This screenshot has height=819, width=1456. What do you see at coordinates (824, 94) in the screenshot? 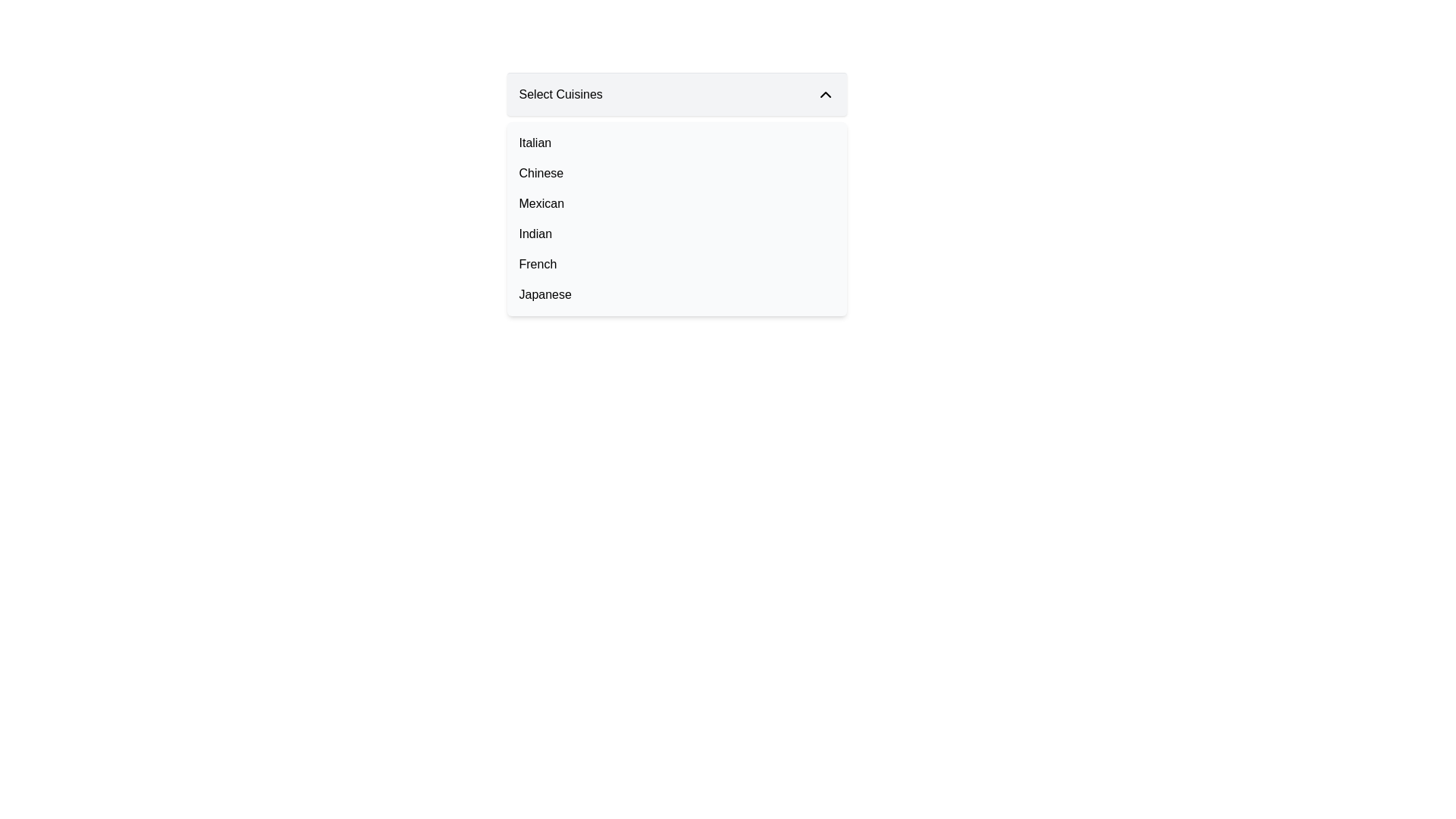
I see `the chevron icon button located to the right of the 'Select Cuisines' text` at bounding box center [824, 94].